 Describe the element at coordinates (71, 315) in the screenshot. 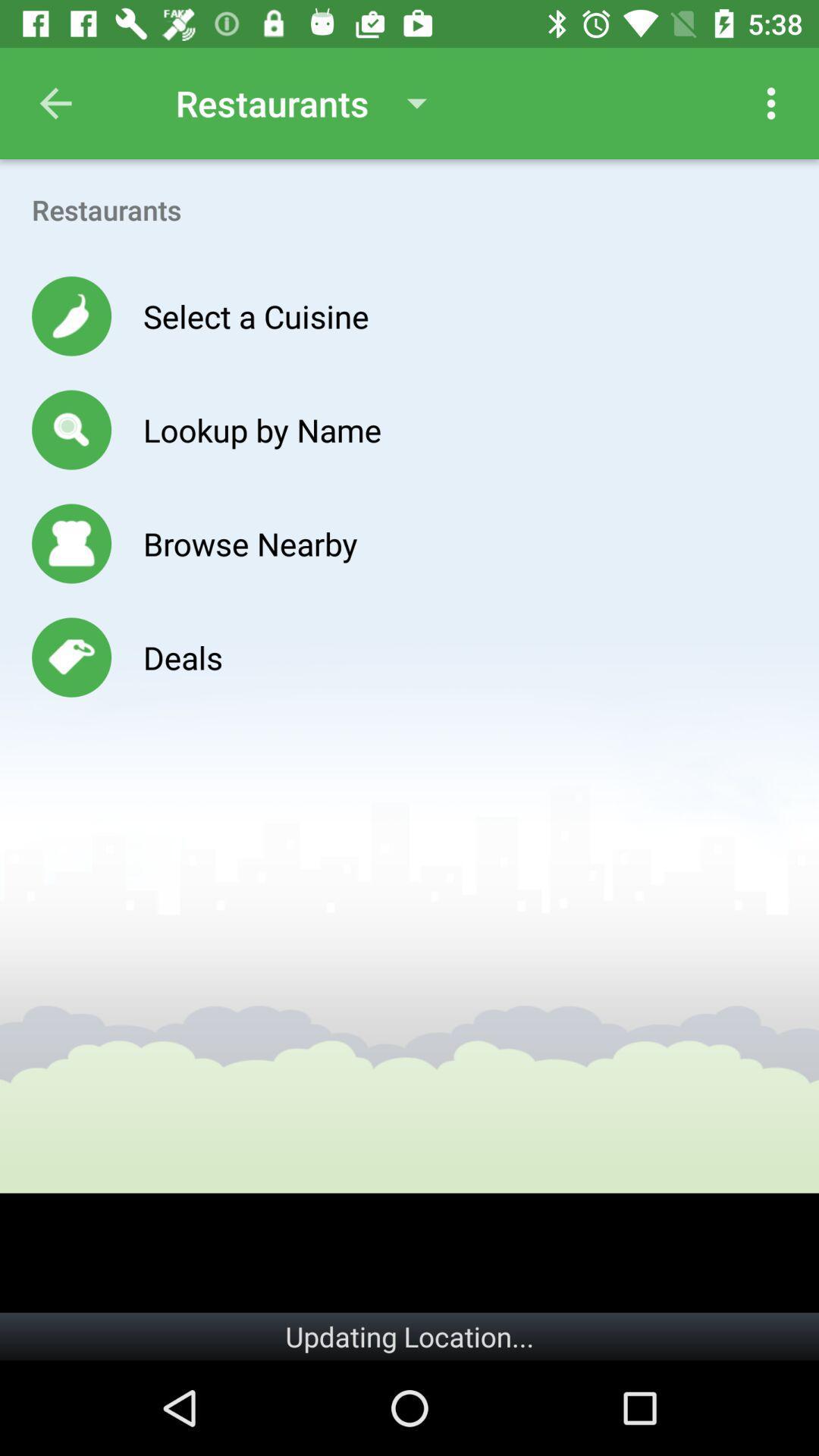

I see `the icon left to the text select a cuisine` at that location.